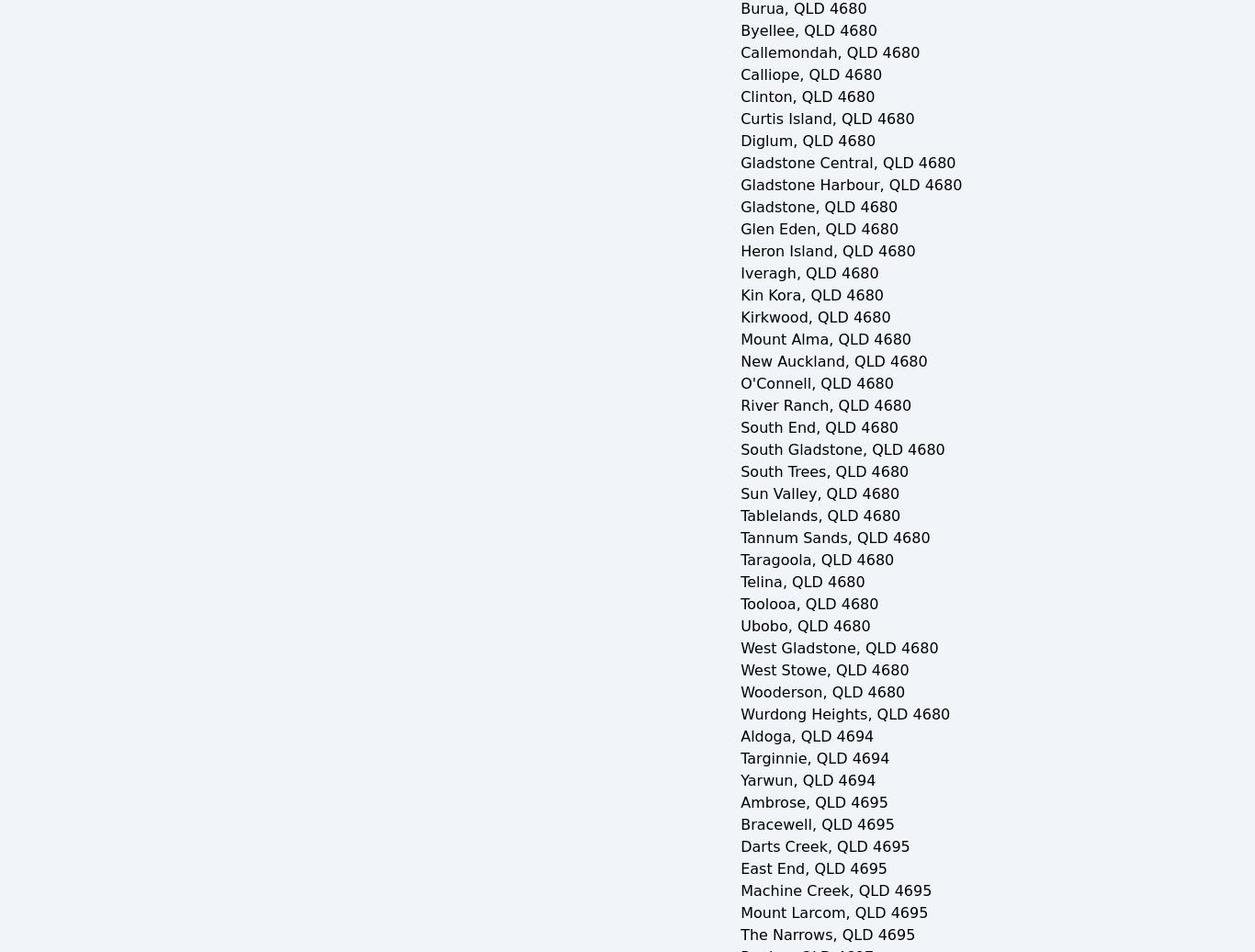 Image resolution: width=1255 pixels, height=952 pixels. Describe the element at coordinates (816, 824) in the screenshot. I see `'Bracewell, QLD 4695'` at that location.